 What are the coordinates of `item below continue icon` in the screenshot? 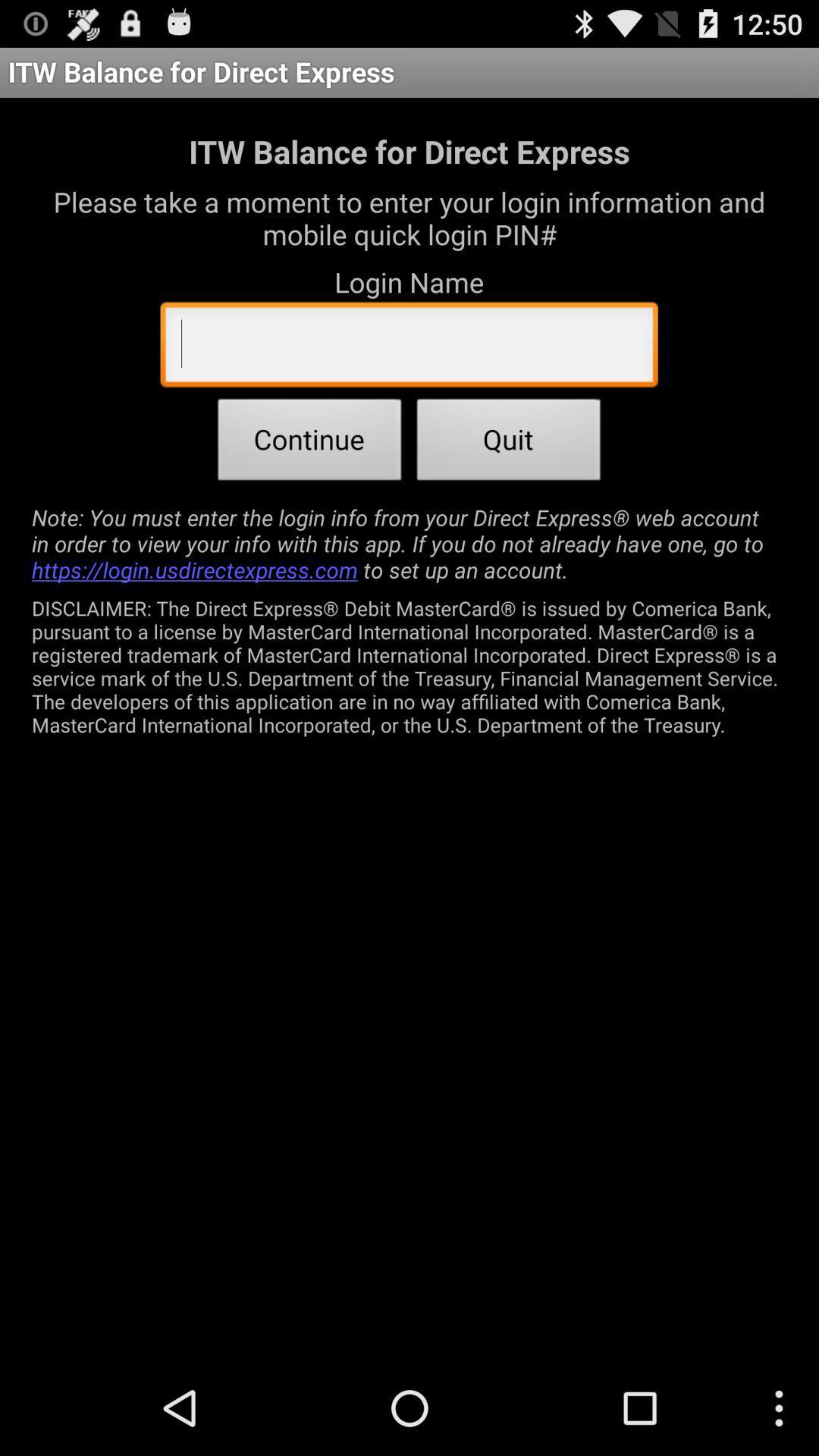 It's located at (409, 543).